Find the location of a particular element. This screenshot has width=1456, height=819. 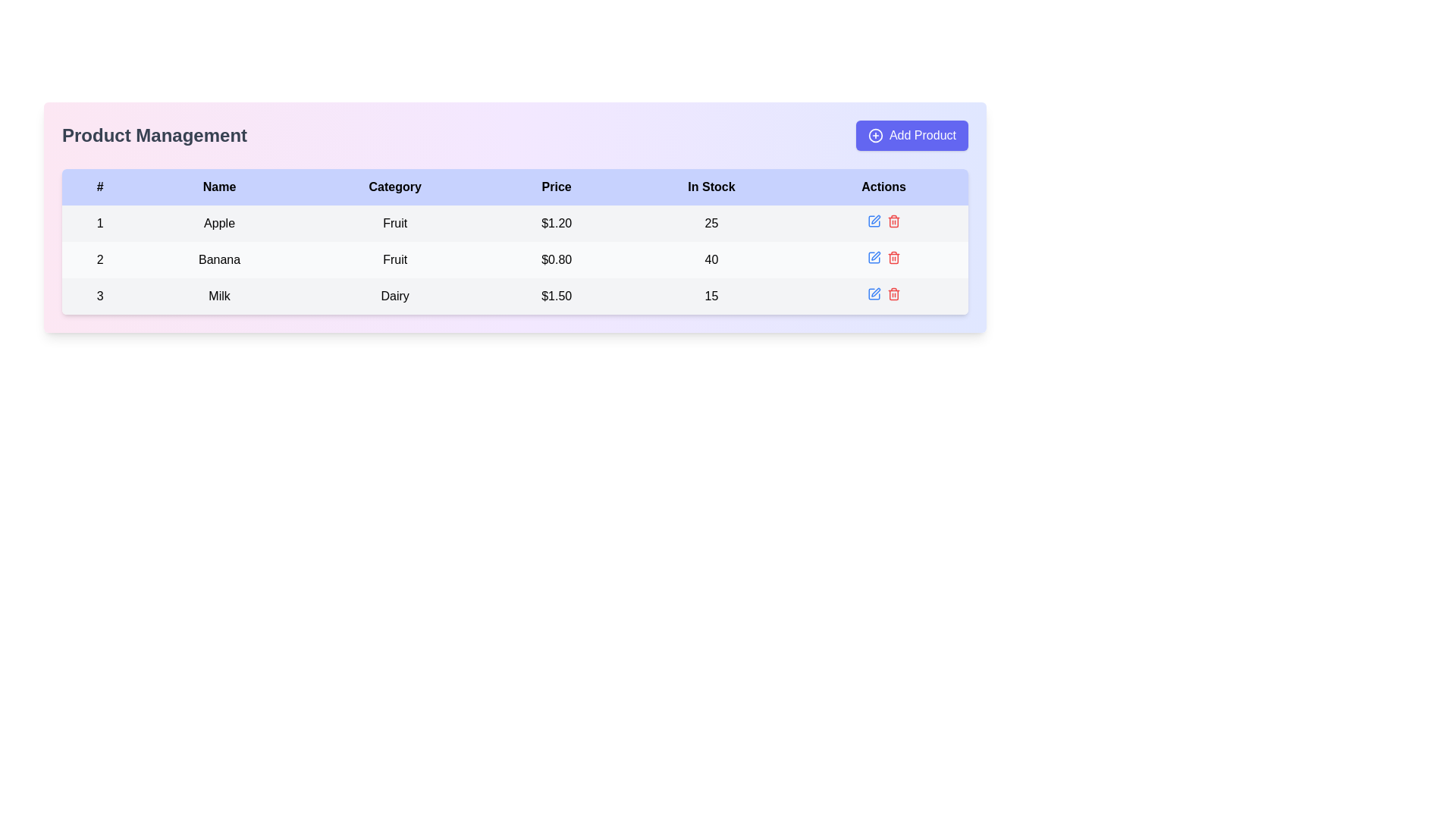

the product name text label located in the second row, second column of the table under the 'Name' column is located at coordinates (218, 259).